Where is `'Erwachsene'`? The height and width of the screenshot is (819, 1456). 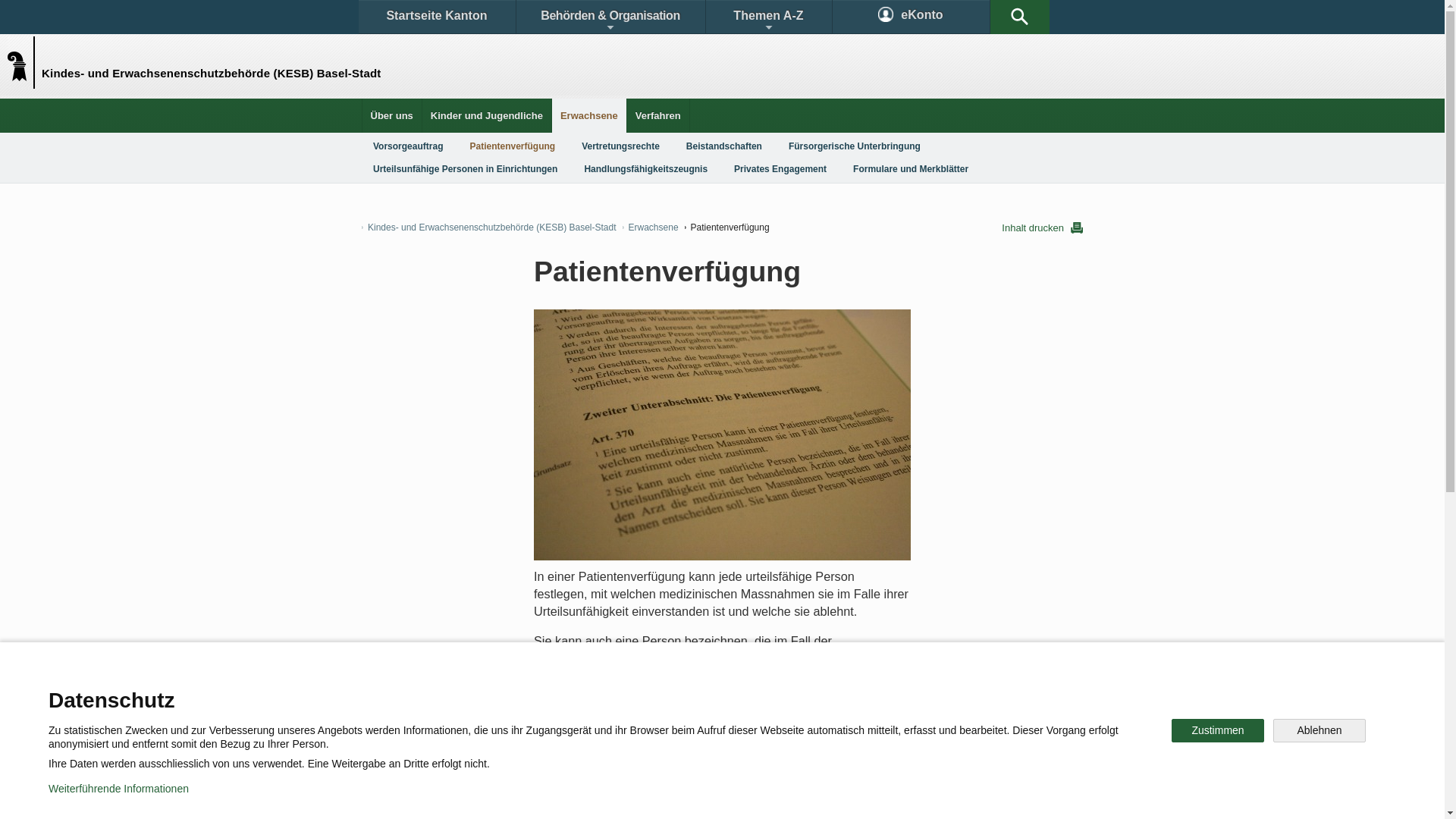 'Erwachsene' is located at coordinates (588, 115).